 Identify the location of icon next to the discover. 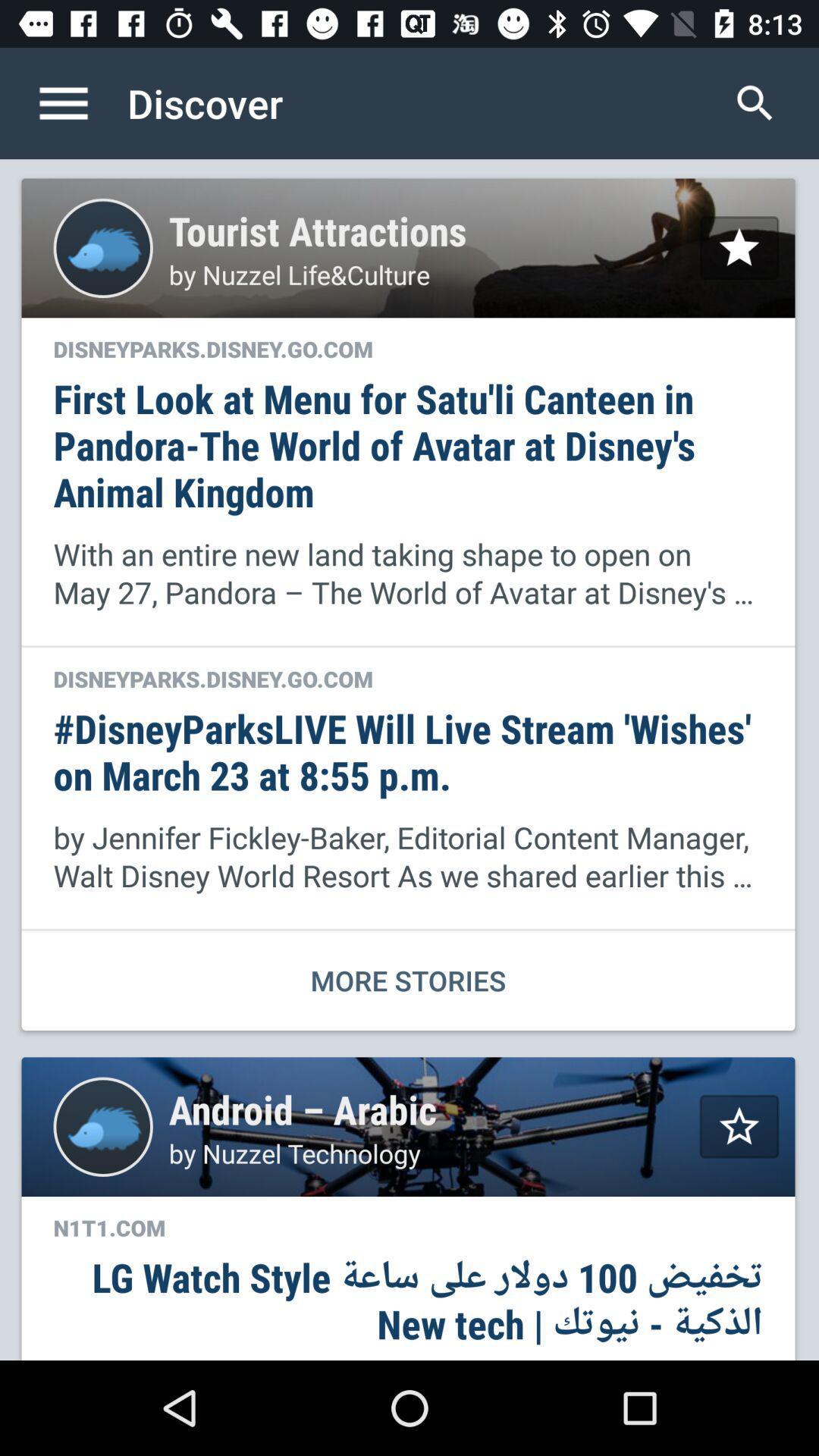
(79, 102).